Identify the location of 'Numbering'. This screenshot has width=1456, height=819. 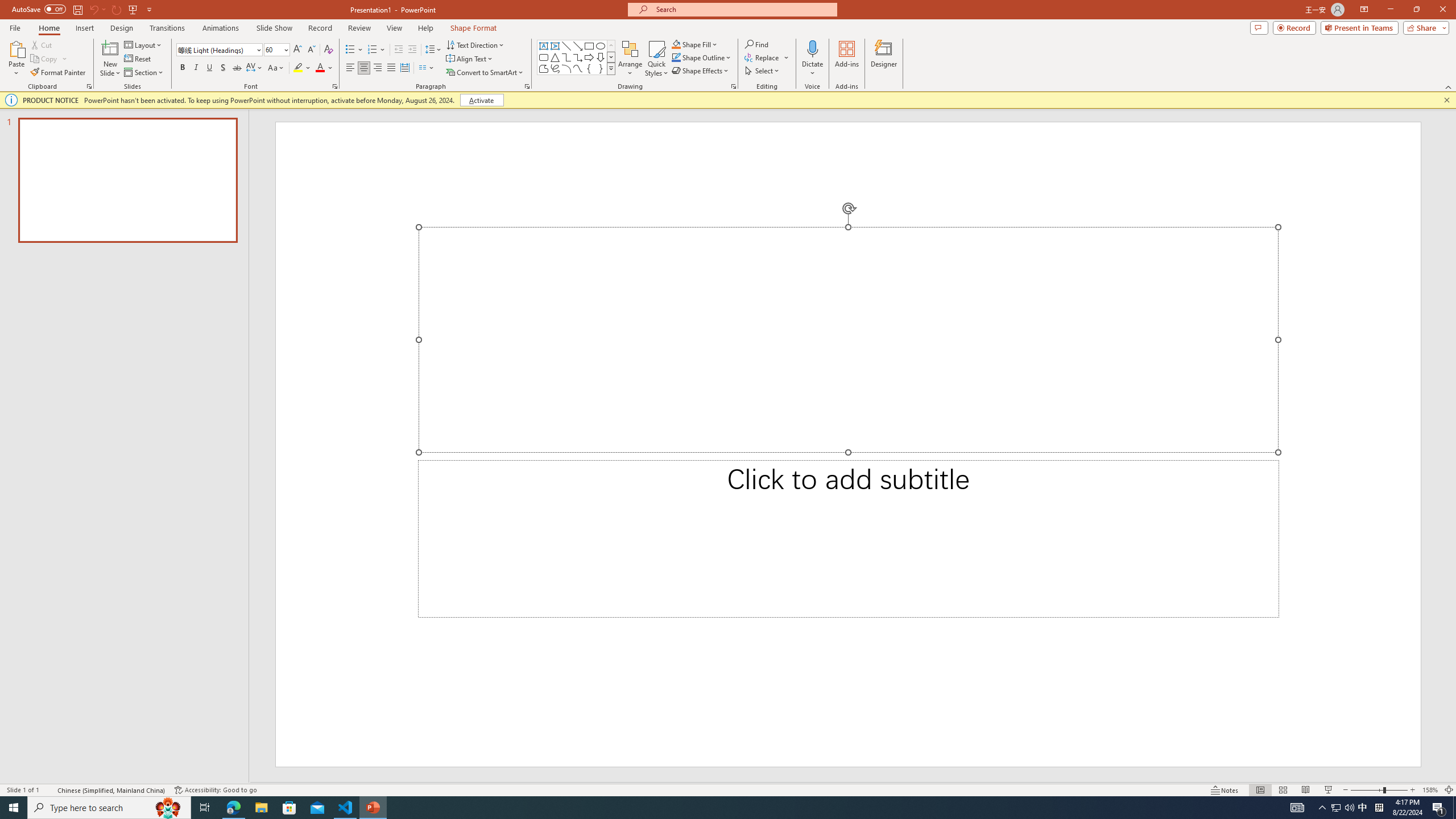
(377, 49).